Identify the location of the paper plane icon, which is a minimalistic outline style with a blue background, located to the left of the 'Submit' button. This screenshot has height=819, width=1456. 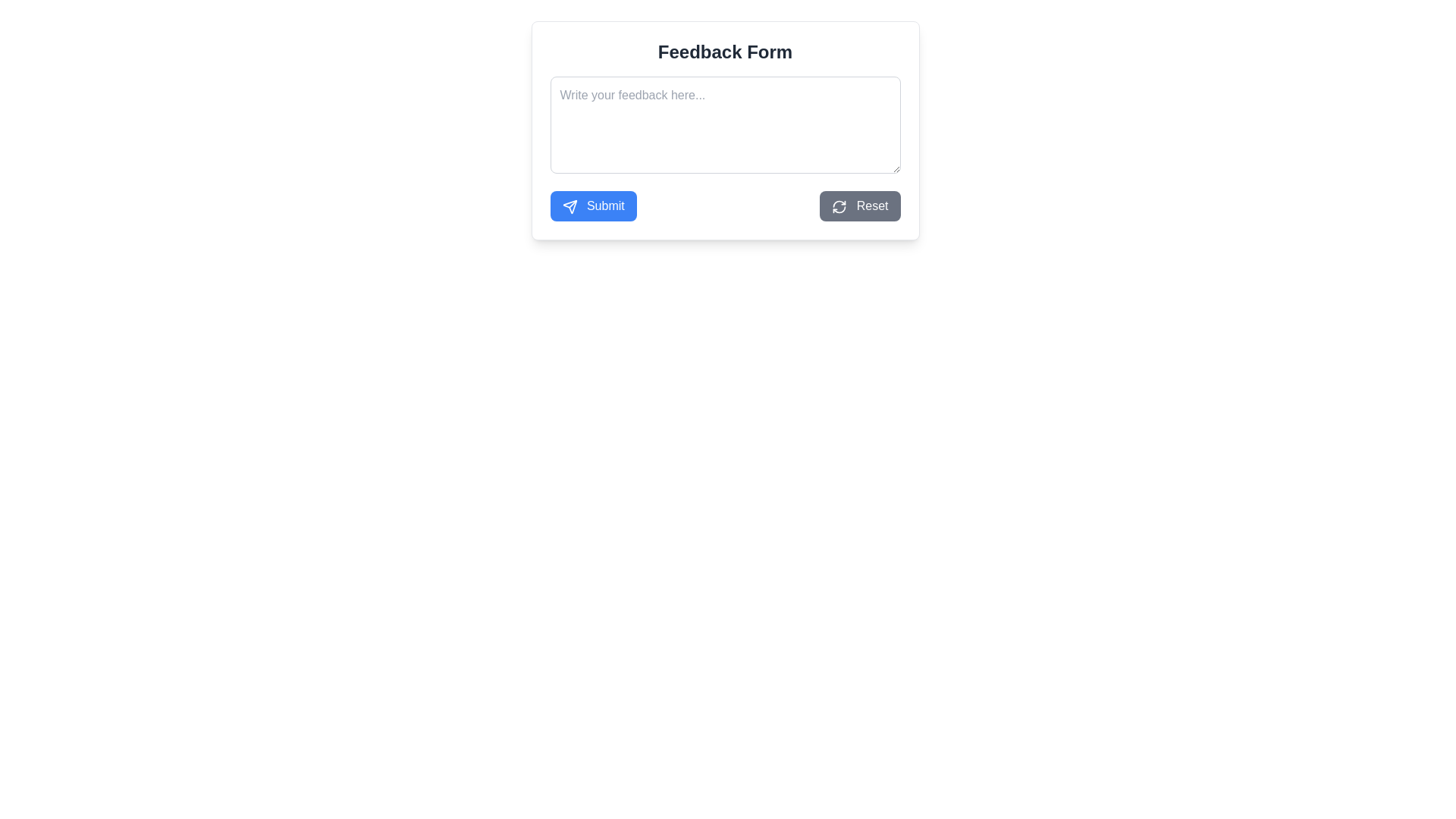
(569, 206).